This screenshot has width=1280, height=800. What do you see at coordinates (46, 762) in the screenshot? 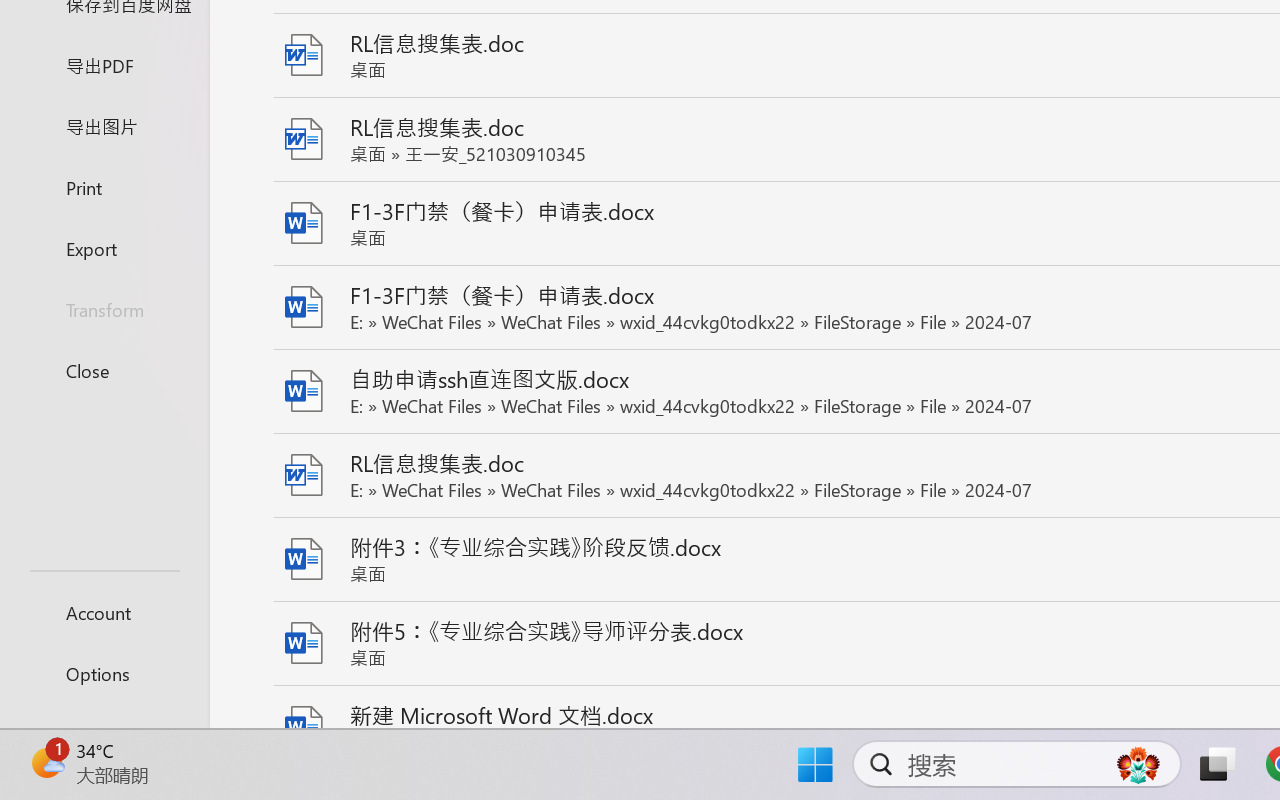
I see `'AutomationID: BadgeAnchorLargeTicker'` at bounding box center [46, 762].